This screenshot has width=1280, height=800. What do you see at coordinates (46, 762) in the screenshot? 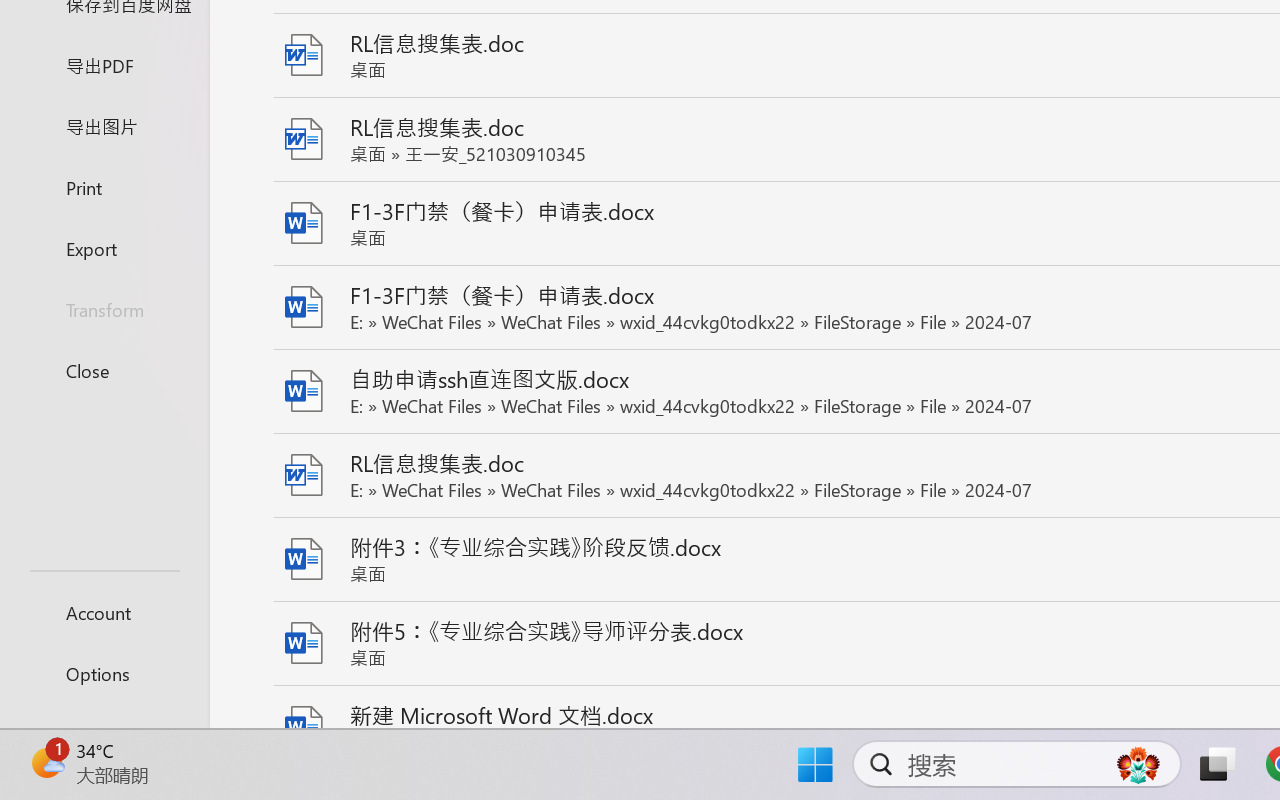
I see `'AutomationID: BadgeAnchorLargeTicker'` at bounding box center [46, 762].